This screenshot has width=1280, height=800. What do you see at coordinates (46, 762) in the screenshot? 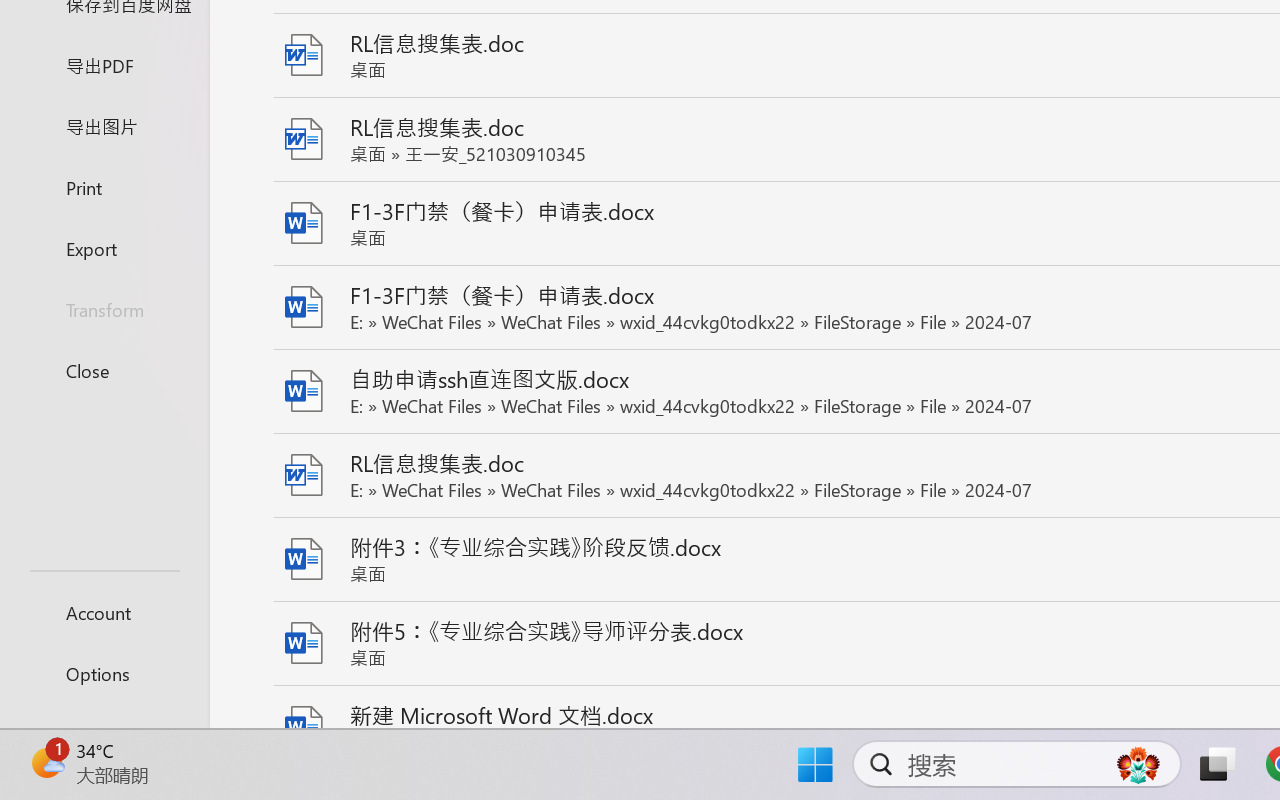
I see `'AutomationID: BadgeAnchorLargeTicker'` at bounding box center [46, 762].